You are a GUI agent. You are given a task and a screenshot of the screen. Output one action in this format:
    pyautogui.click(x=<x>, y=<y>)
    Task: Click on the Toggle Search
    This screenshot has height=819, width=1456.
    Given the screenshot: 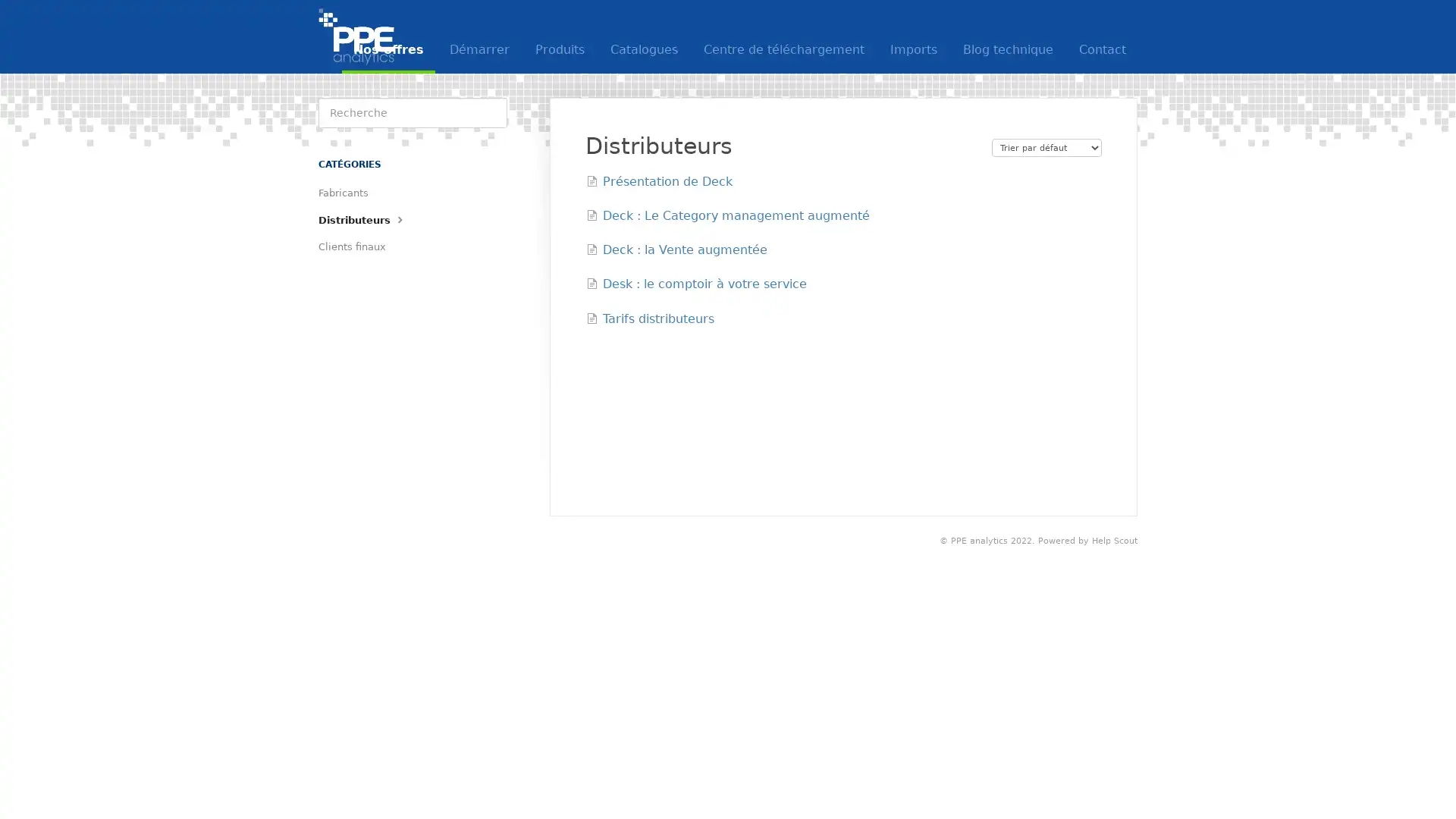 What is the action you would take?
    pyautogui.click(x=491, y=112)
    